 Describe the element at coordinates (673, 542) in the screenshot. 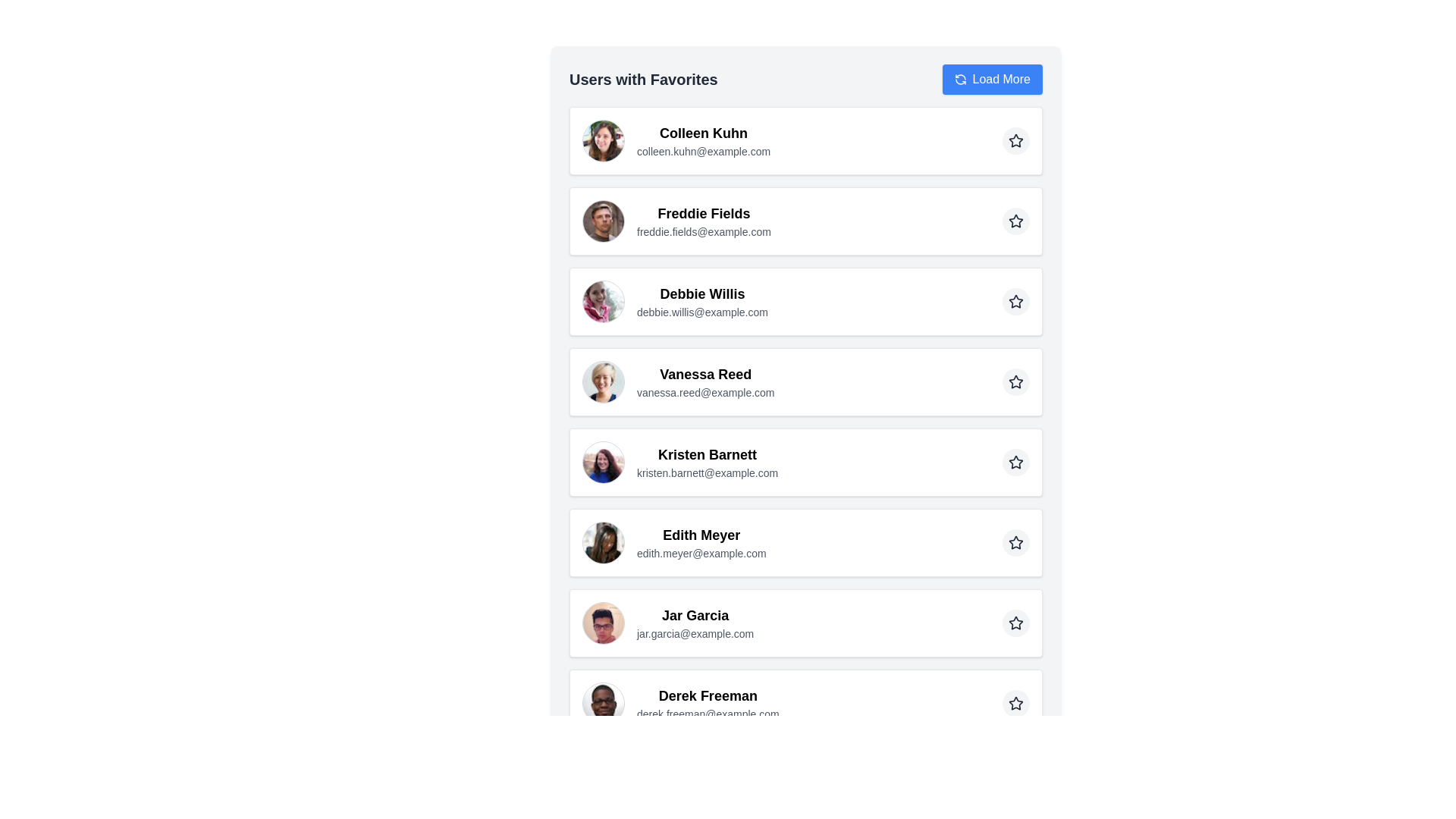

I see `the user's name 'Edith Meyer' in the Profile card element, which is the fifth item in a vertical list of user profiles` at that location.